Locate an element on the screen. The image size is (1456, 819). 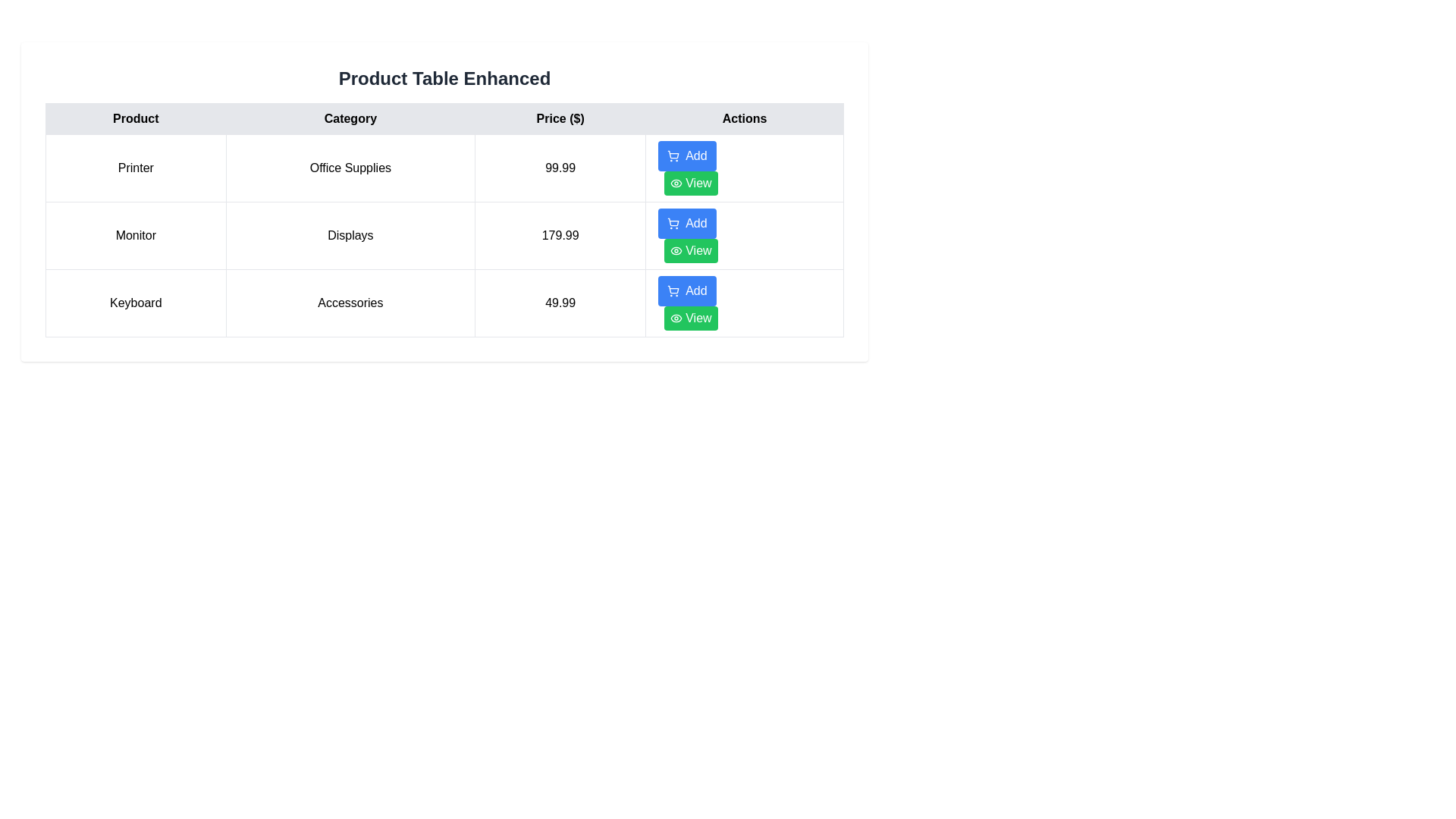
the table cell containing the text 'Keyboard' in the first column of the third row, which is directly under the 'Monitor' text is located at coordinates (136, 303).